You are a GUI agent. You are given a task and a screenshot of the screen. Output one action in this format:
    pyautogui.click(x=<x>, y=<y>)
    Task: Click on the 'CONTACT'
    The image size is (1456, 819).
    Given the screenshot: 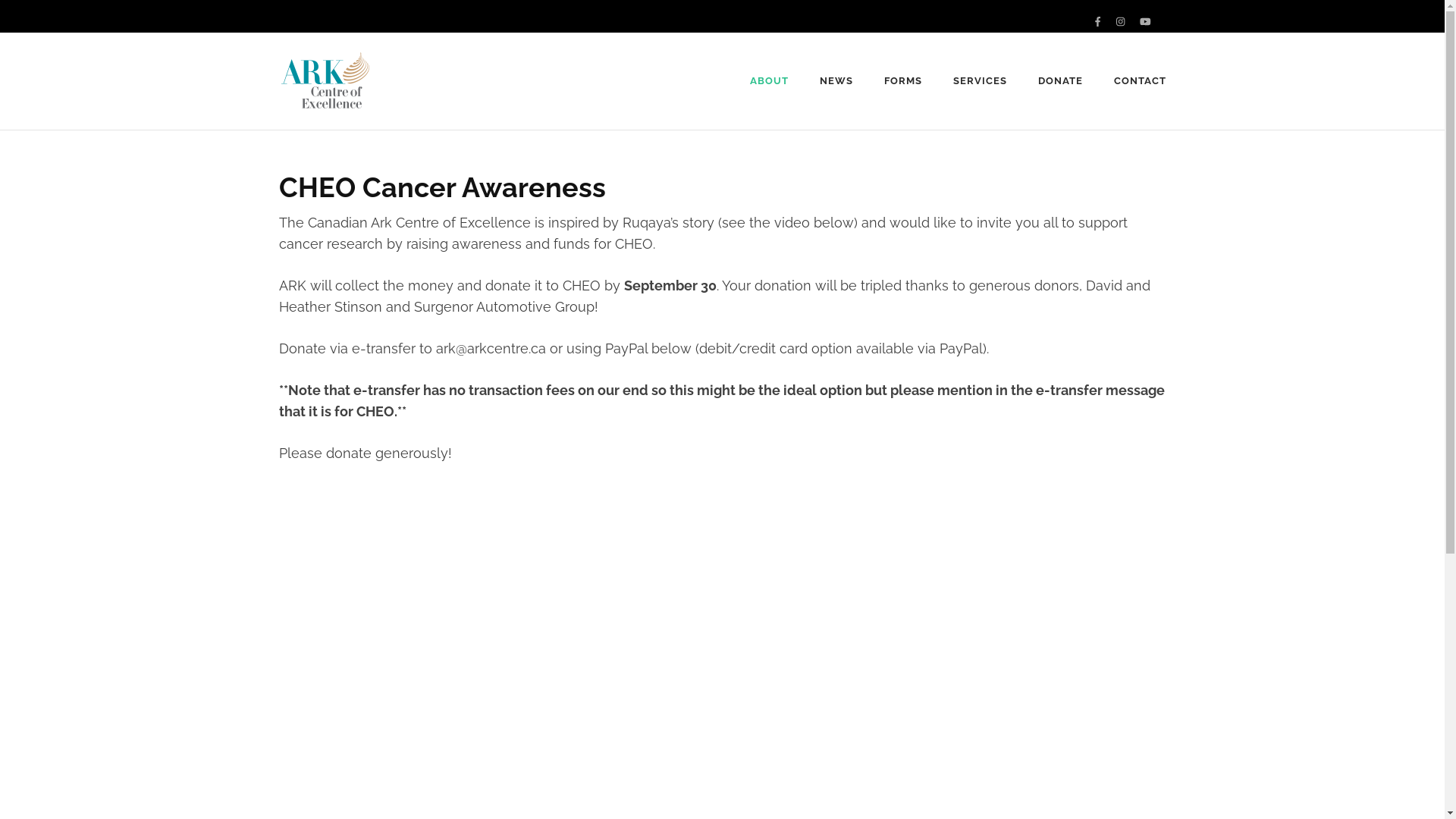 What is the action you would take?
    pyautogui.click(x=1140, y=81)
    